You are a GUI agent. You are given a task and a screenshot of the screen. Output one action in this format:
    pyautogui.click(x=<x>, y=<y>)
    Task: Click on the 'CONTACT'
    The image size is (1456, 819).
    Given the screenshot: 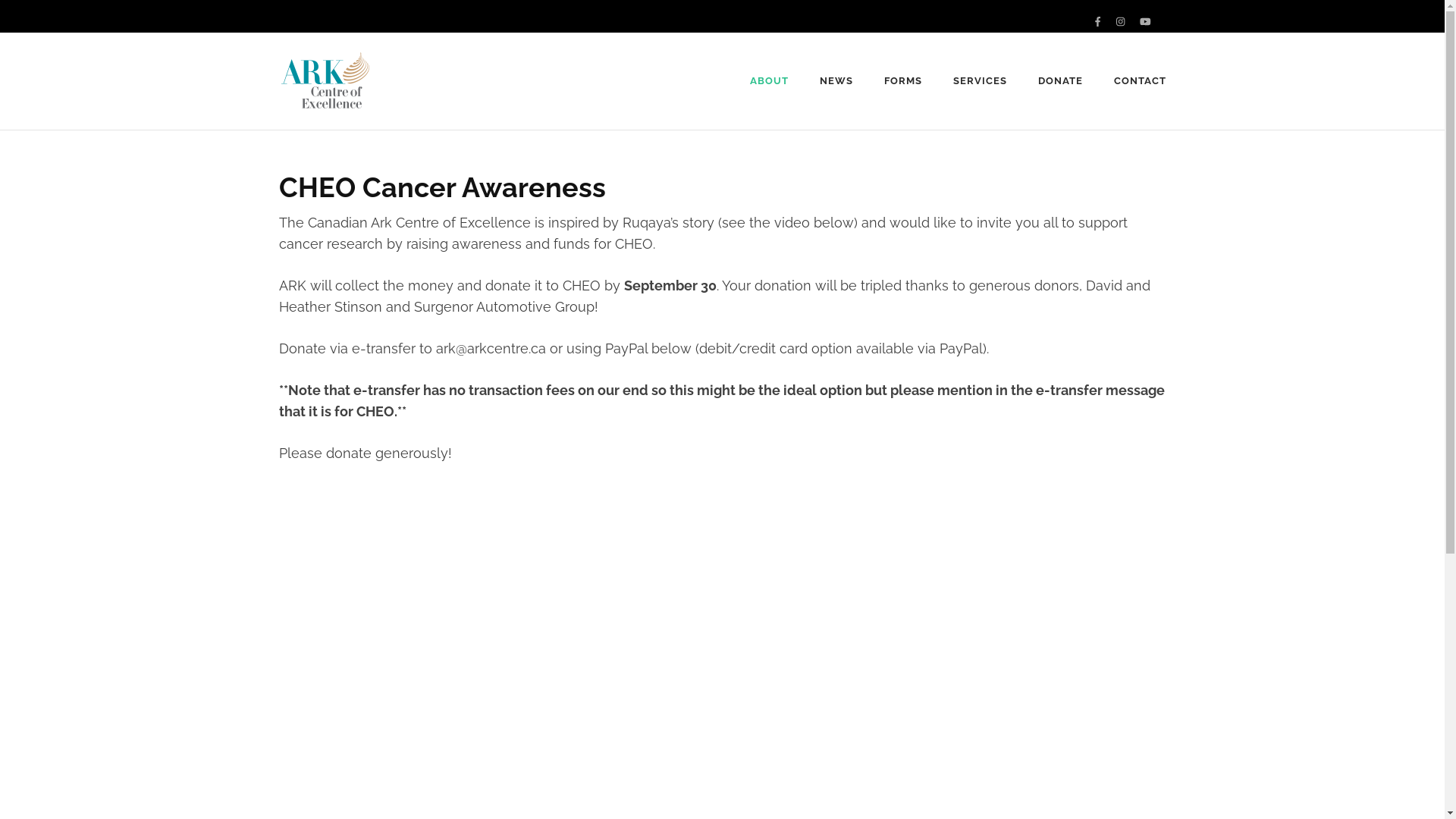 What is the action you would take?
    pyautogui.click(x=1140, y=81)
    